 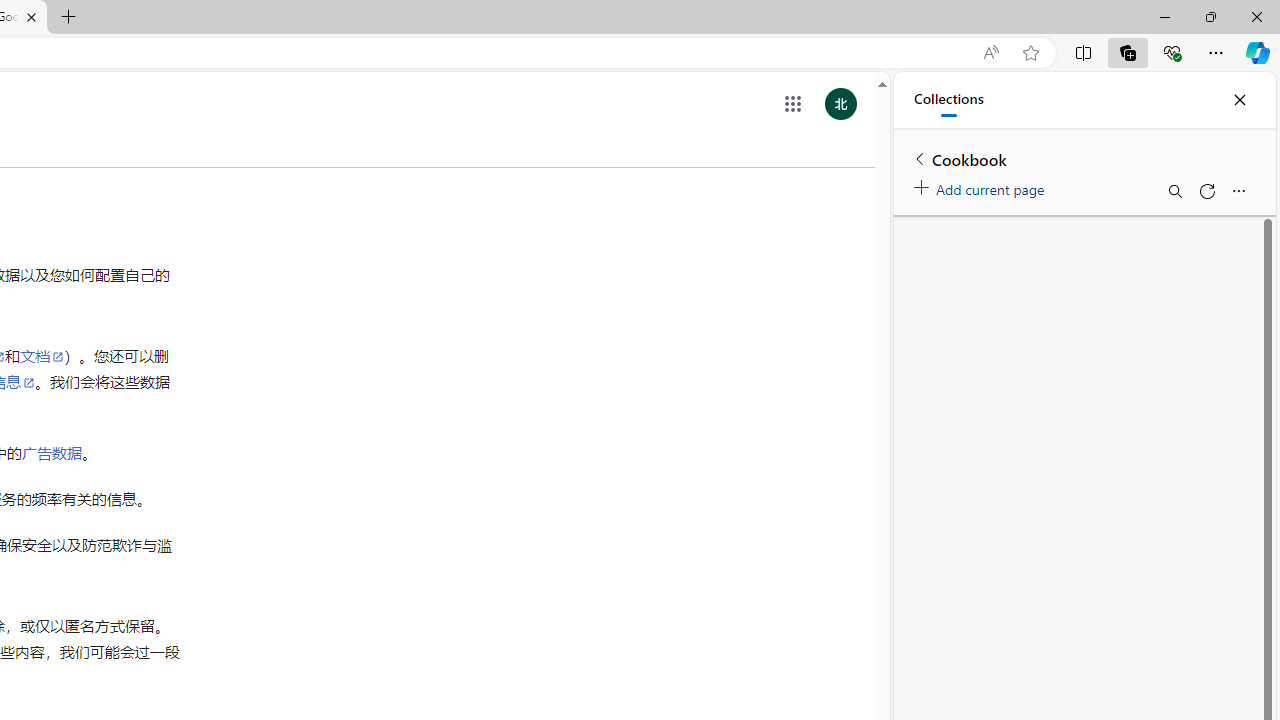 What do you see at coordinates (1237, 191) in the screenshot?
I see `'More options menu'` at bounding box center [1237, 191].